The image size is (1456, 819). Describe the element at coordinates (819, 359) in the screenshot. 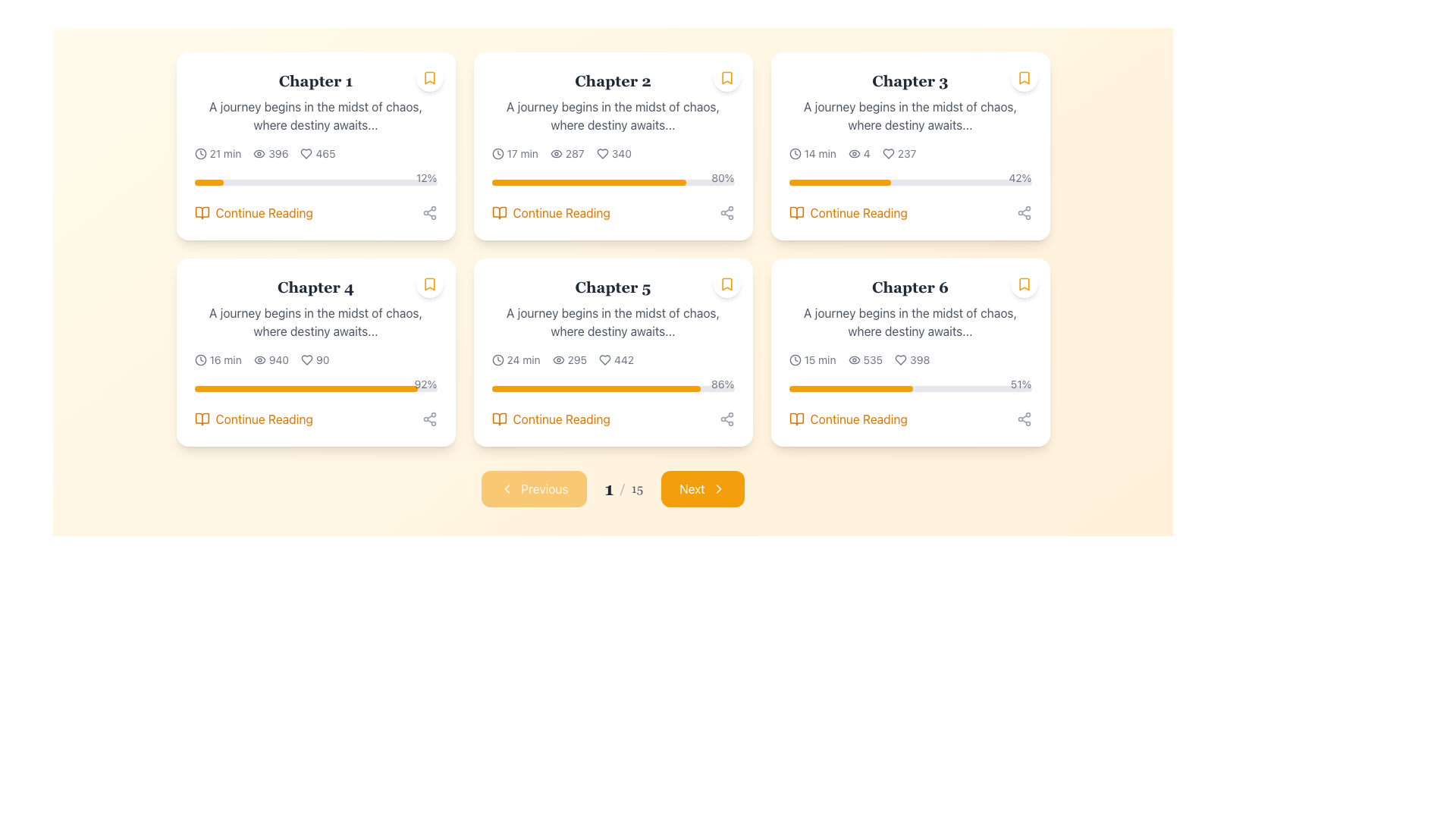

I see `the text label displaying '15 min' which is located within the 'Chapter 6' card, positioned below the title and adjacent to the clock icon` at that location.